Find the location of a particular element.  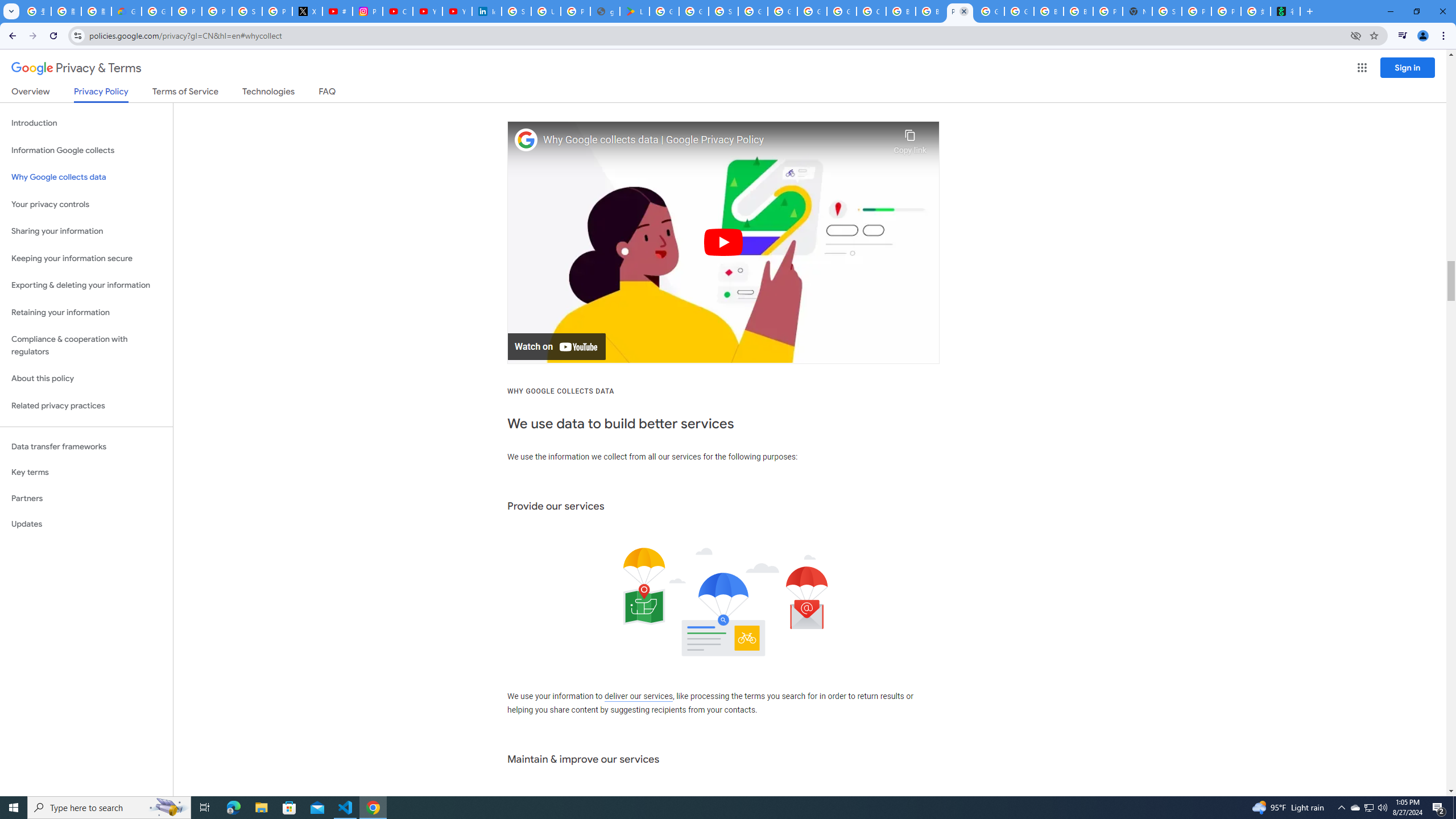

'Related privacy practices' is located at coordinates (86, 405).